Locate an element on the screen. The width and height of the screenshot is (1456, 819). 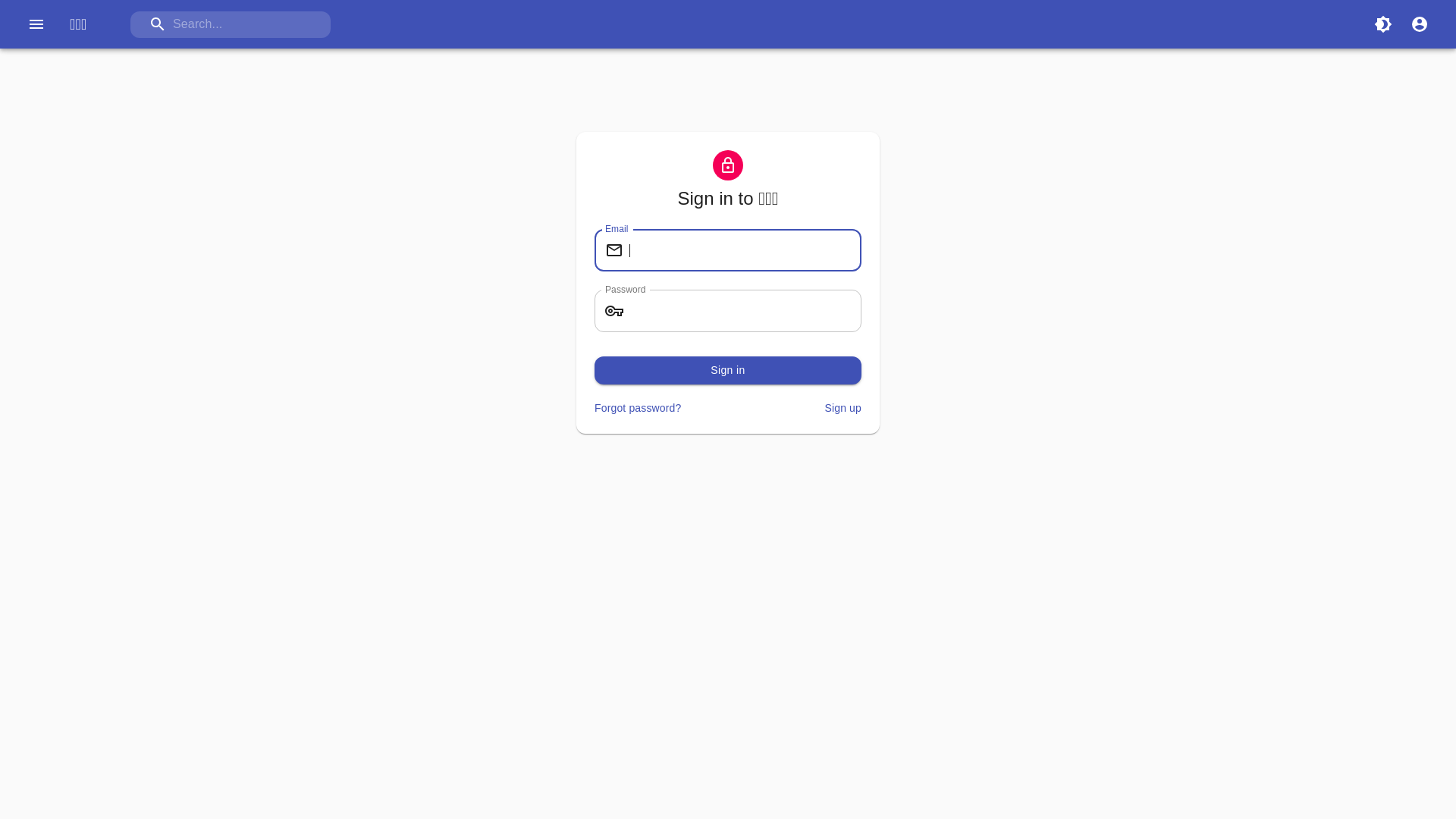
'Sign in' is located at coordinates (728, 370).